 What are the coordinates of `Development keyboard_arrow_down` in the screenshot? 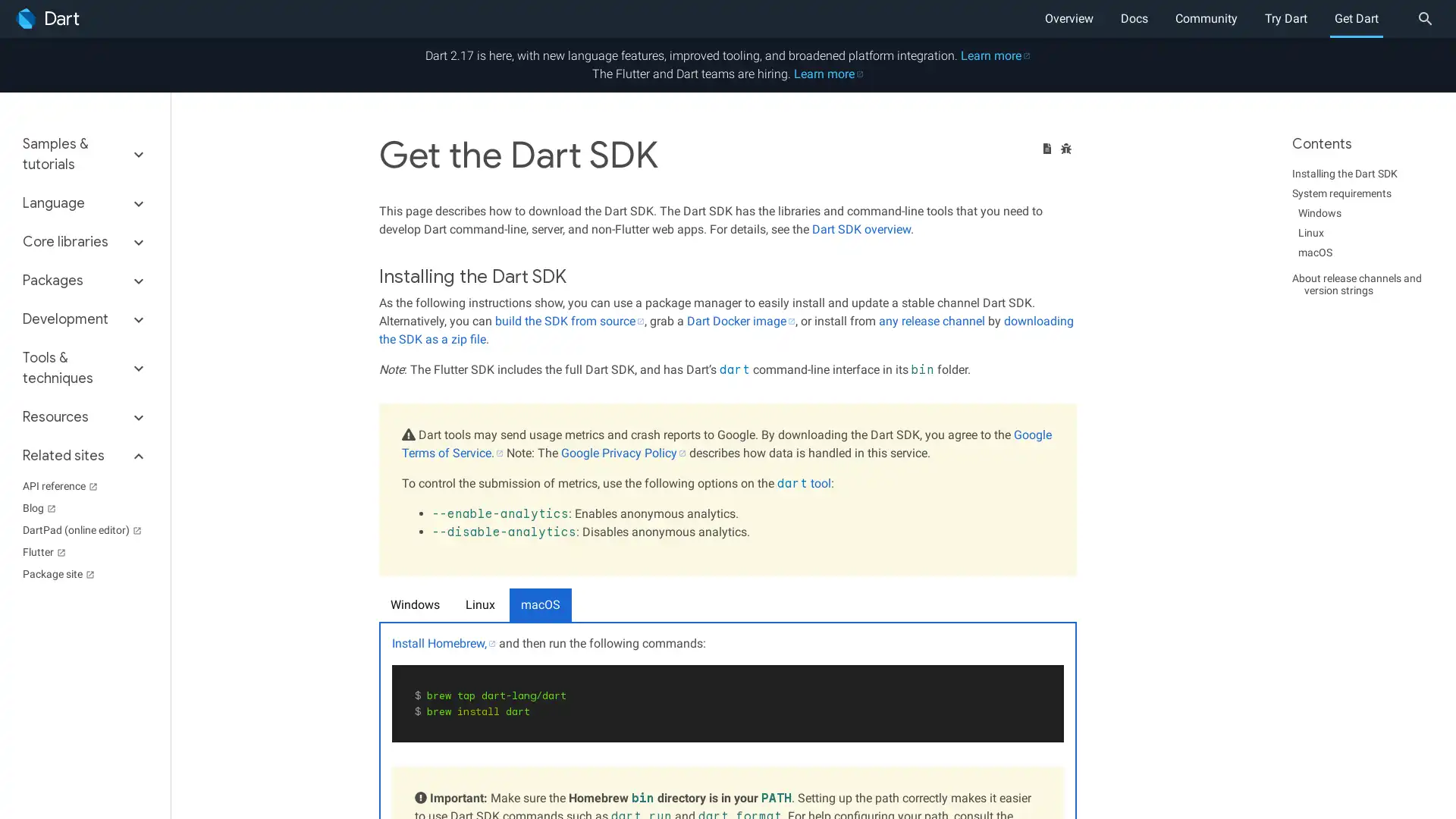 It's located at (84, 318).